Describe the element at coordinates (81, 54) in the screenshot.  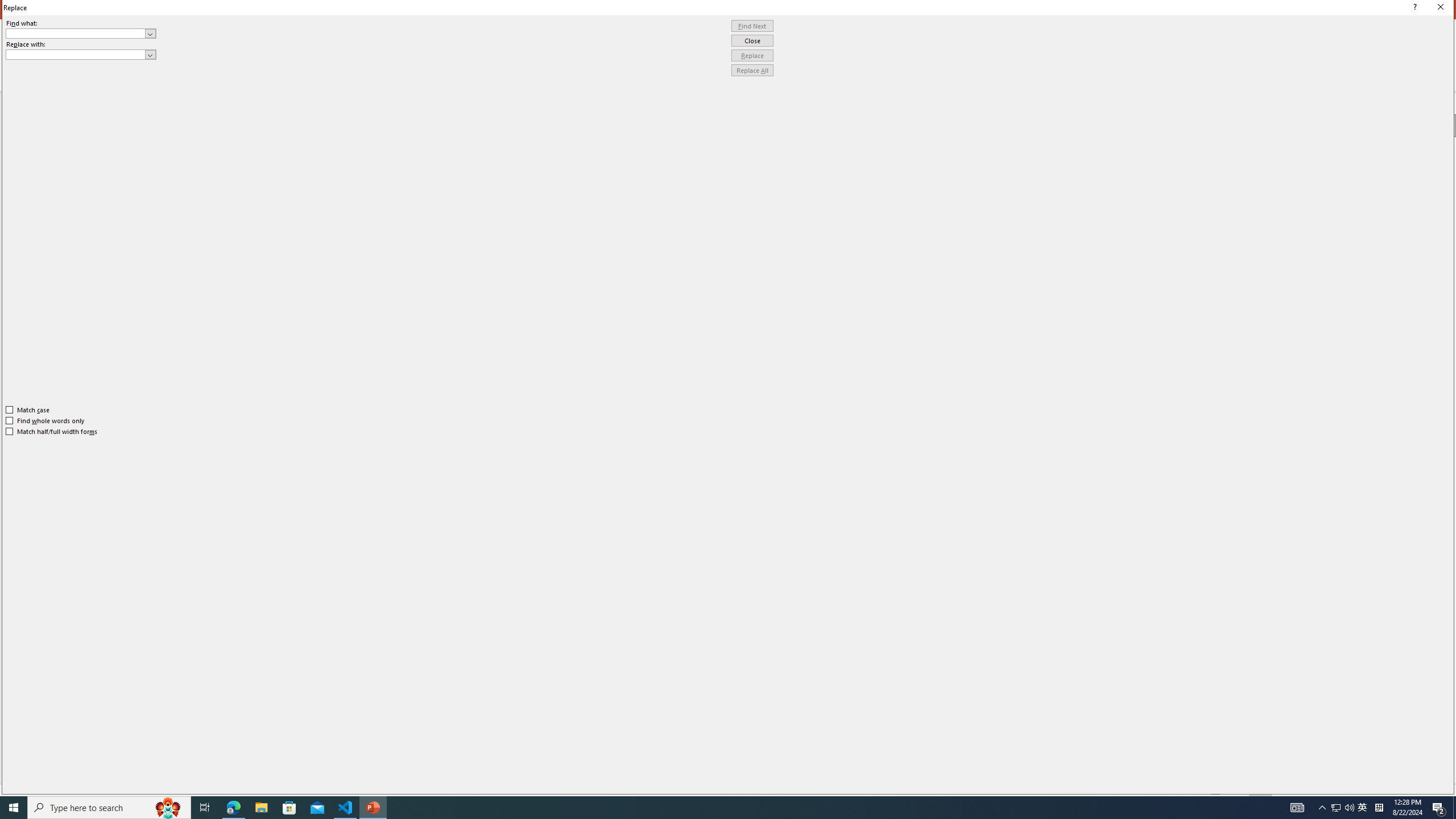
I see `'Replace with'` at that location.